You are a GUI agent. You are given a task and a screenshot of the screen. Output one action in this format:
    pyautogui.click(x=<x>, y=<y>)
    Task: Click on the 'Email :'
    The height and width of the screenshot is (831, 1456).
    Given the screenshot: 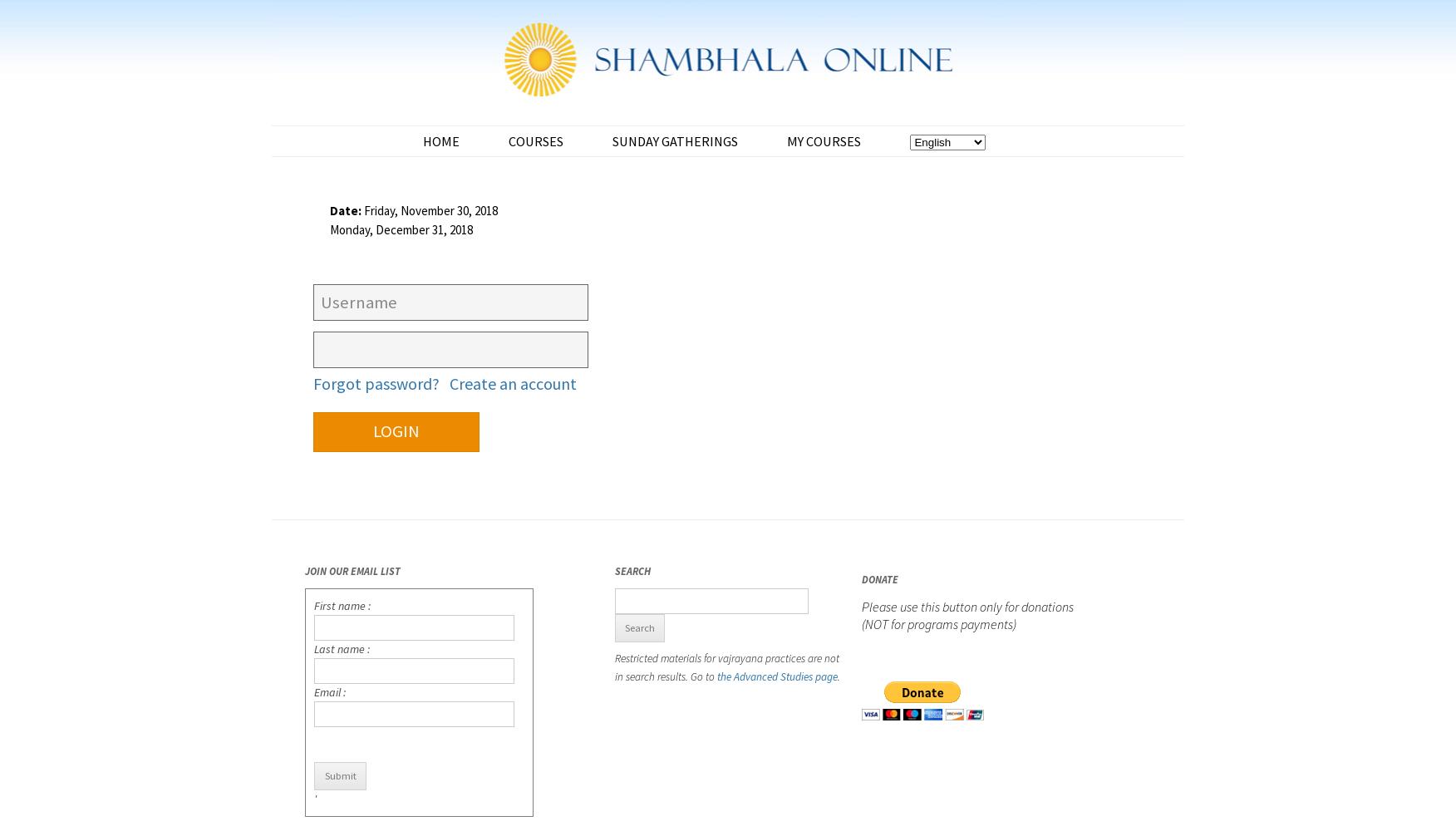 What is the action you would take?
    pyautogui.click(x=329, y=691)
    